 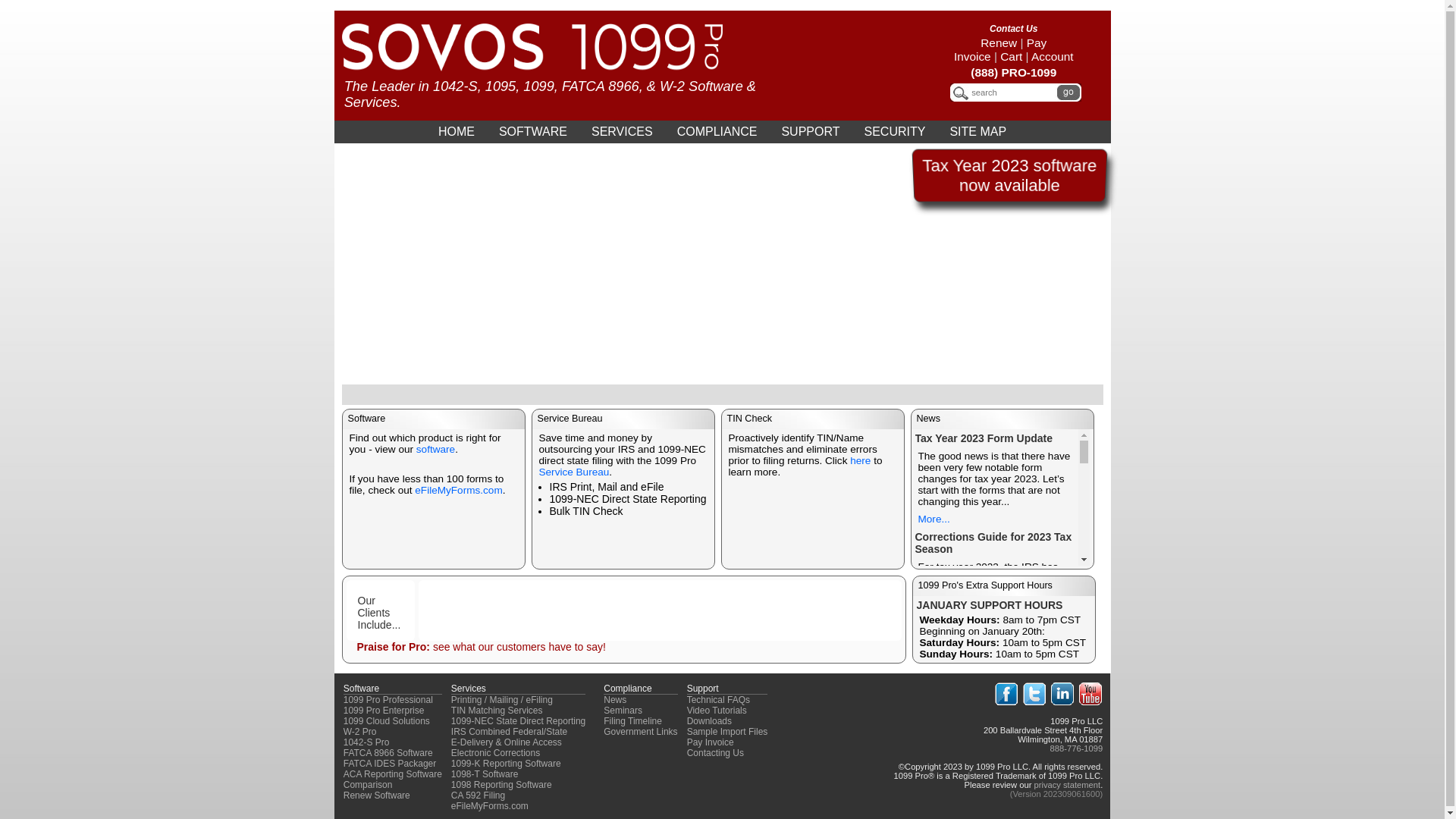 What do you see at coordinates (686, 711) in the screenshot?
I see `'Video Tutorials'` at bounding box center [686, 711].